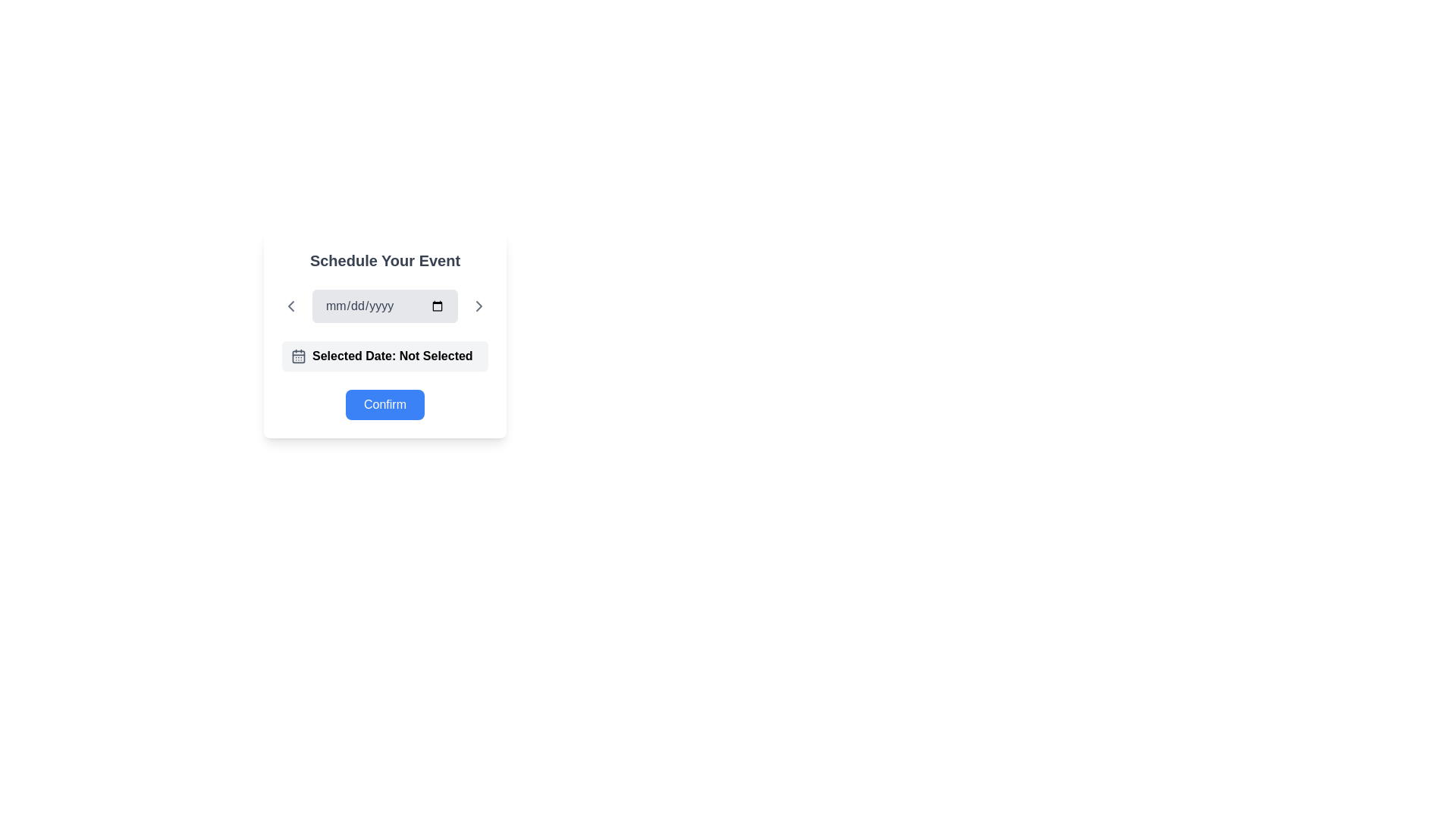  I want to click on the left-pointing gray arrow button, so click(291, 306).